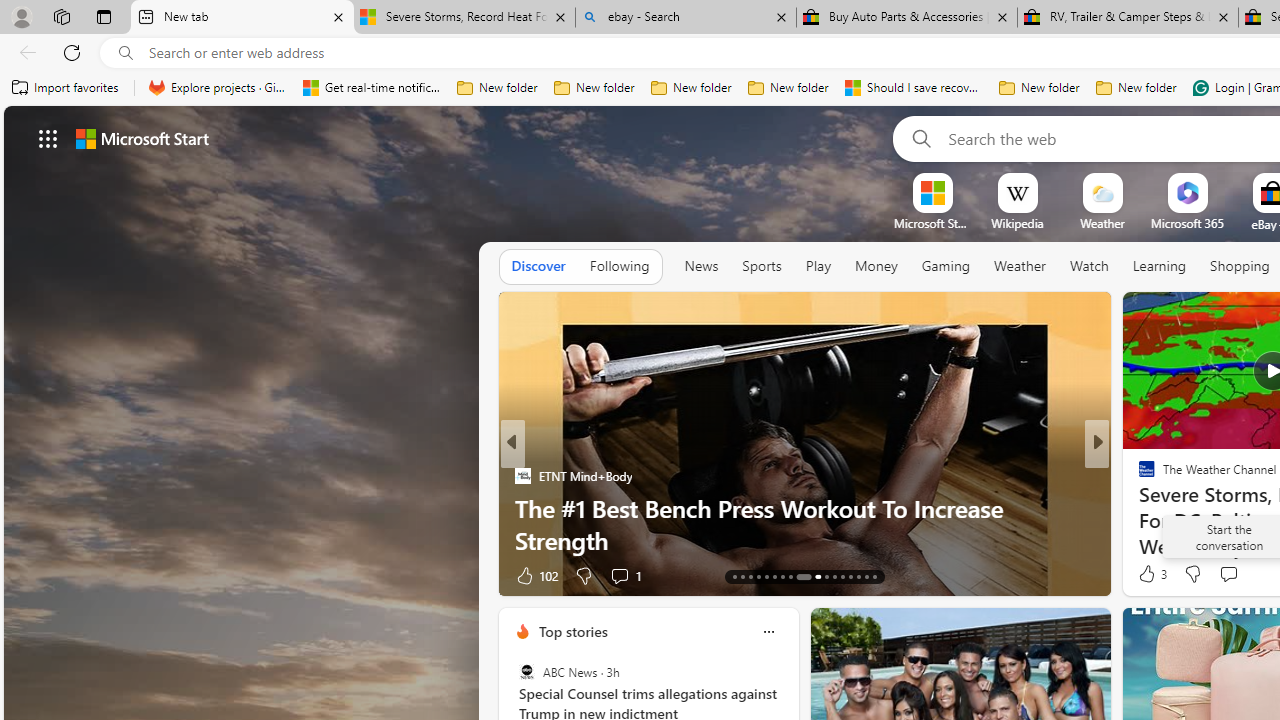 The height and width of the screenshot is (720, 1280). Describe the element at coordinates (1151, 574) in the screenshot. I see `'3 Like'` at that location.